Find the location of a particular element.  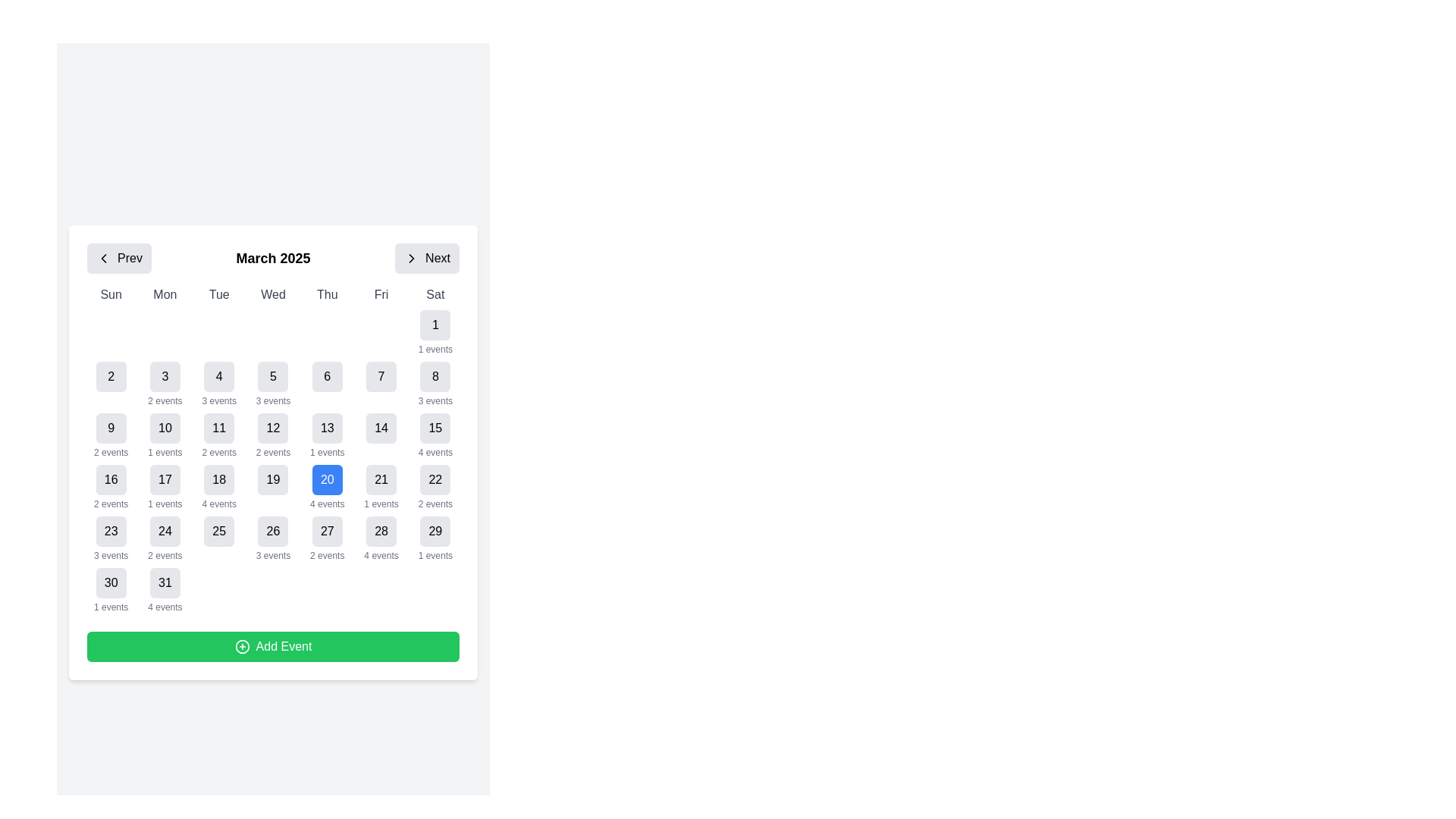

the text label displaying '4 events', which is styled in a small, gray font, located below the circular element with the number '18' in the date cell for the 18th date of the calendar is located at coordinates (218, 504).